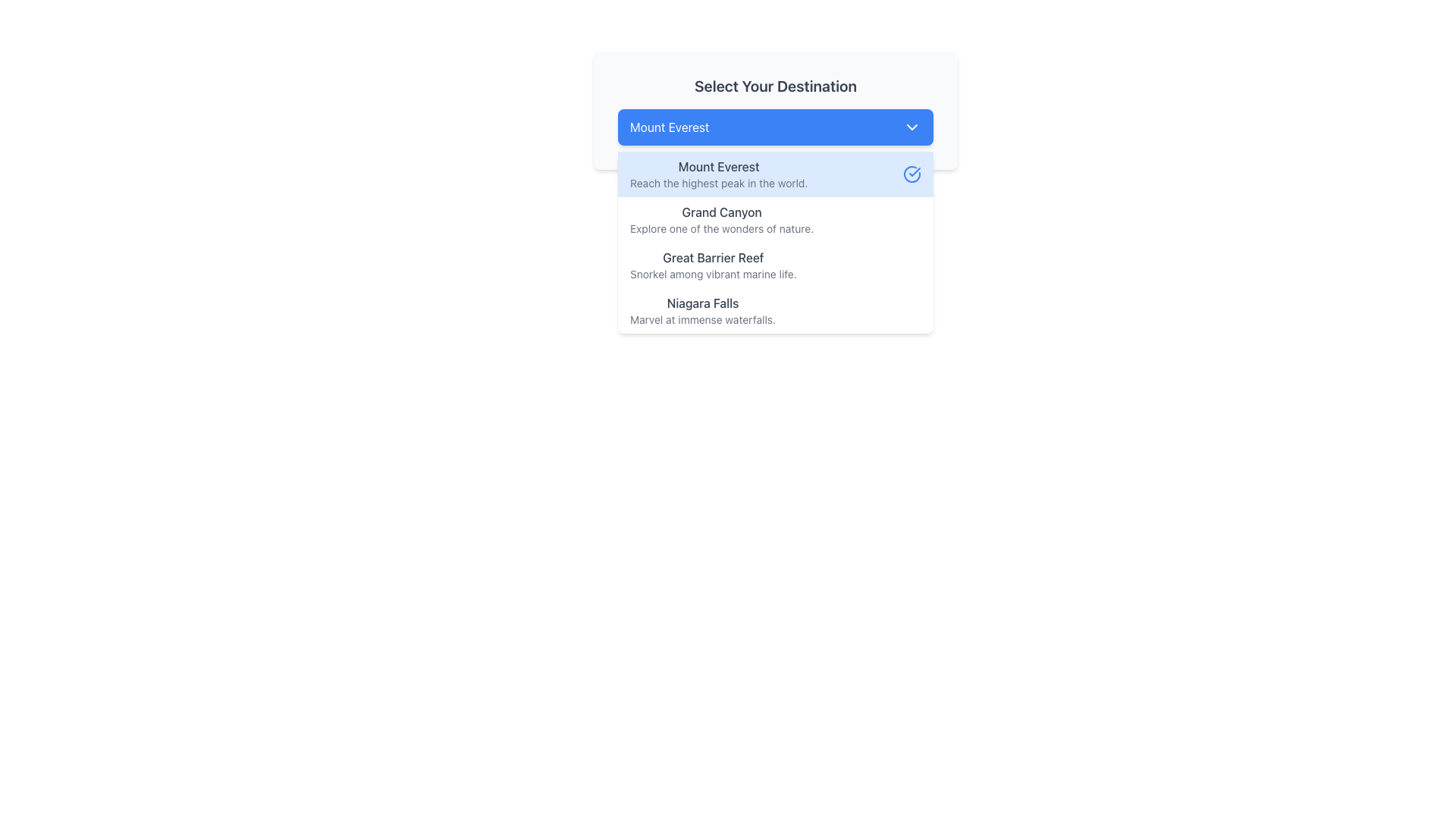 Image resolution: width=1456 pixels, height=819 pixels. What do you see at coordinates (720, 219) in the screenshot?
I see `the second entry in the vertical dropdown list that represents the 'Grand Canyon' choice by clicking on it` at bounding box center [720, 219].